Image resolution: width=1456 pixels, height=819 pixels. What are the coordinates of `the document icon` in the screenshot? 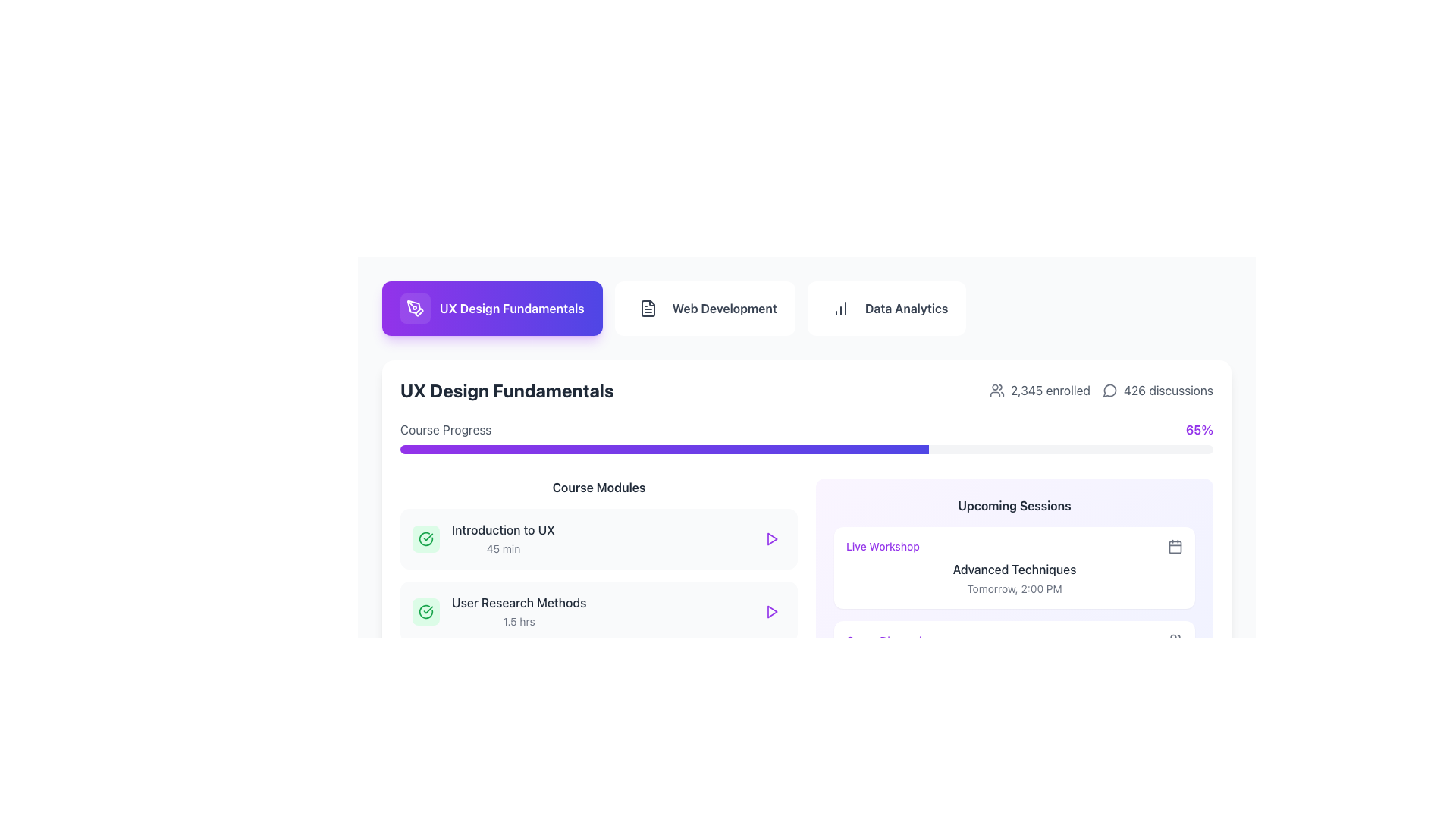 It's located at (648, 308).